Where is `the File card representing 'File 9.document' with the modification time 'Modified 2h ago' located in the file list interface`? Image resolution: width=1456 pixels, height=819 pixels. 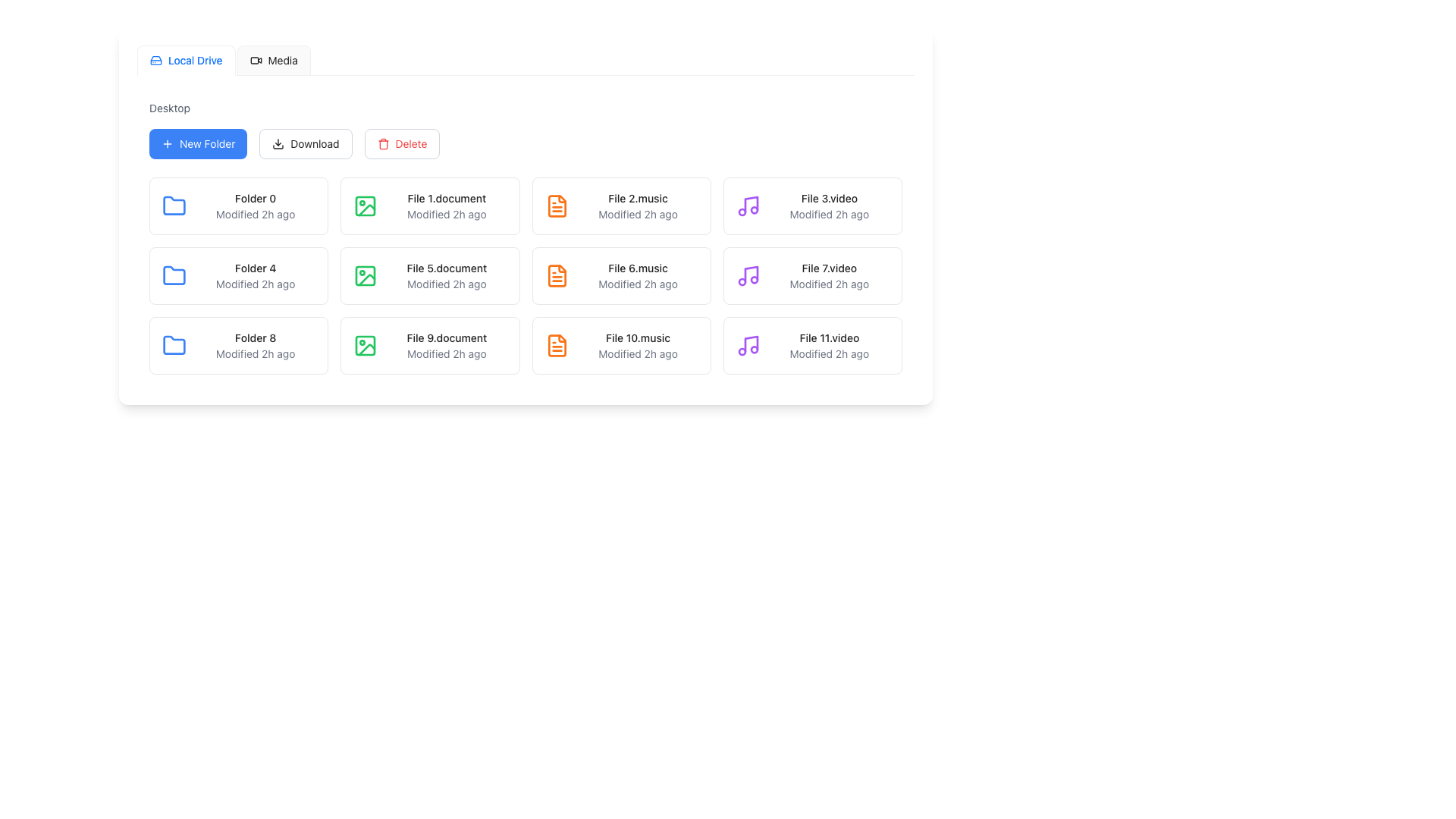
the File card representing 'File 9.document' with the modification time 'Modified 2h ago' located in the file list interface is located at coordinates (446, 345).